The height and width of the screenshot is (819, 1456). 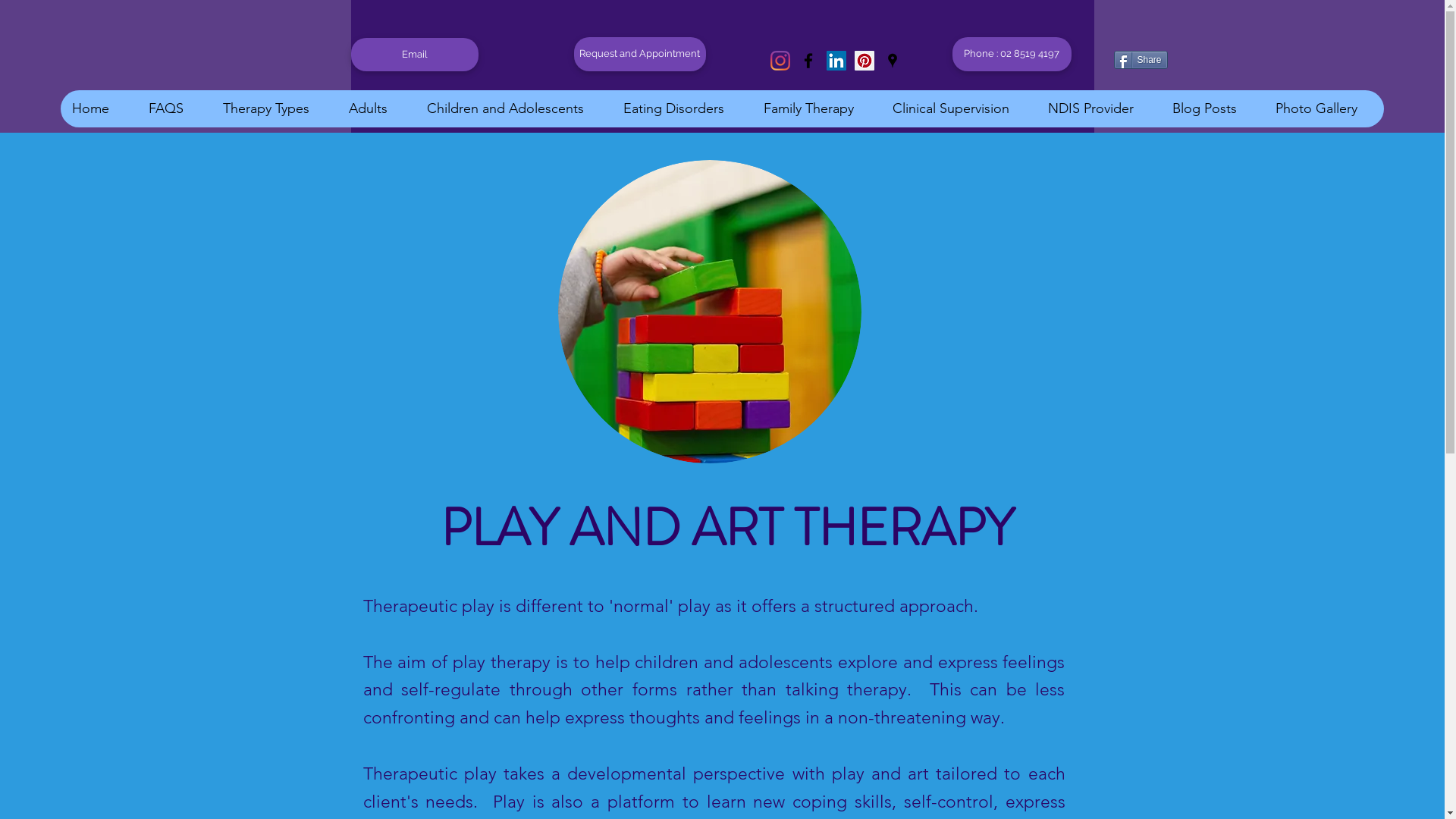 I want to click on 'Share', so click(x=1140, y=58).